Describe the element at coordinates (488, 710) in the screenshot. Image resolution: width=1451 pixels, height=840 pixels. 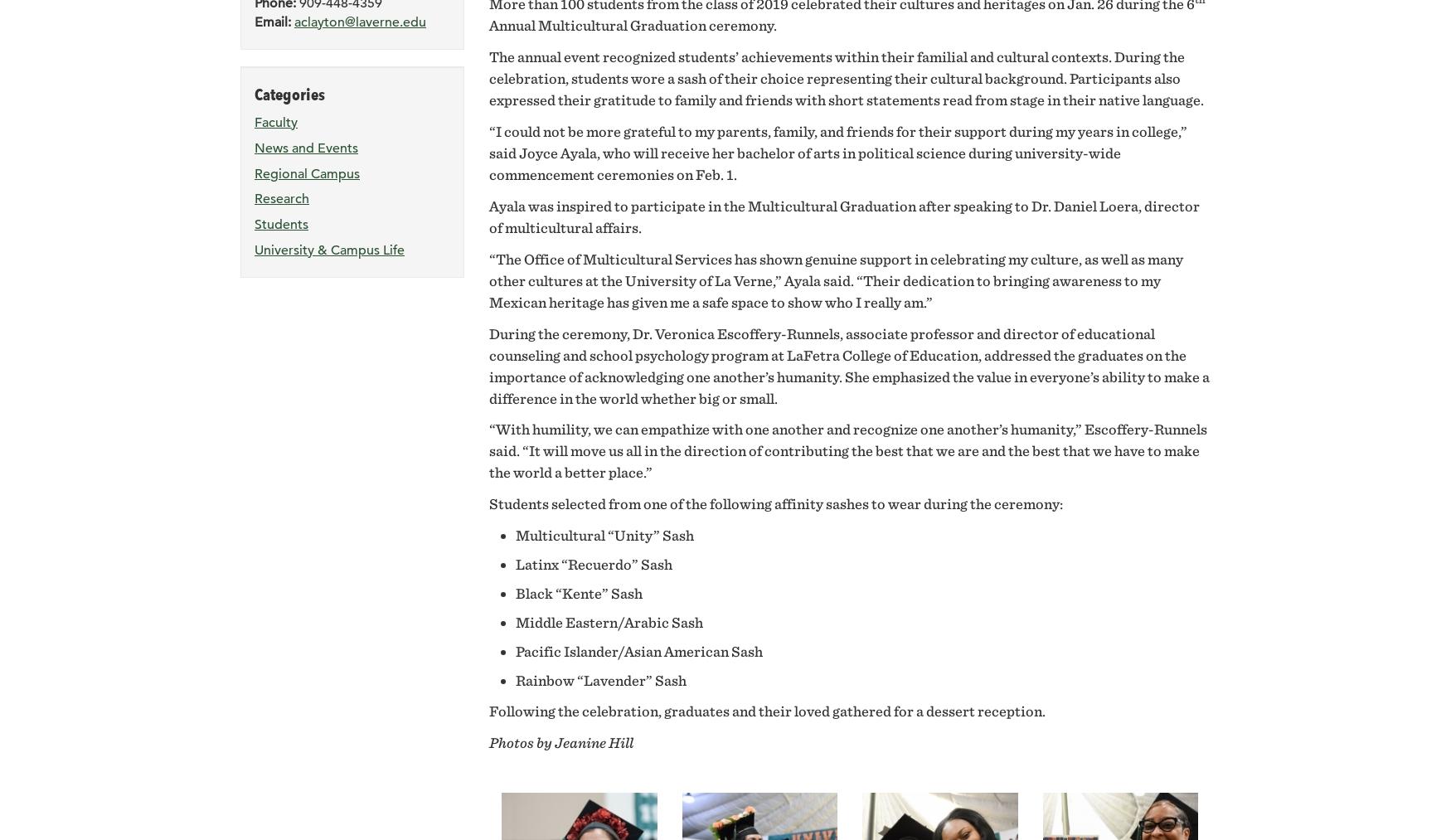
I see `'Following the celebration, graduates and their loved gathered for a dessert reception.'` at that location.